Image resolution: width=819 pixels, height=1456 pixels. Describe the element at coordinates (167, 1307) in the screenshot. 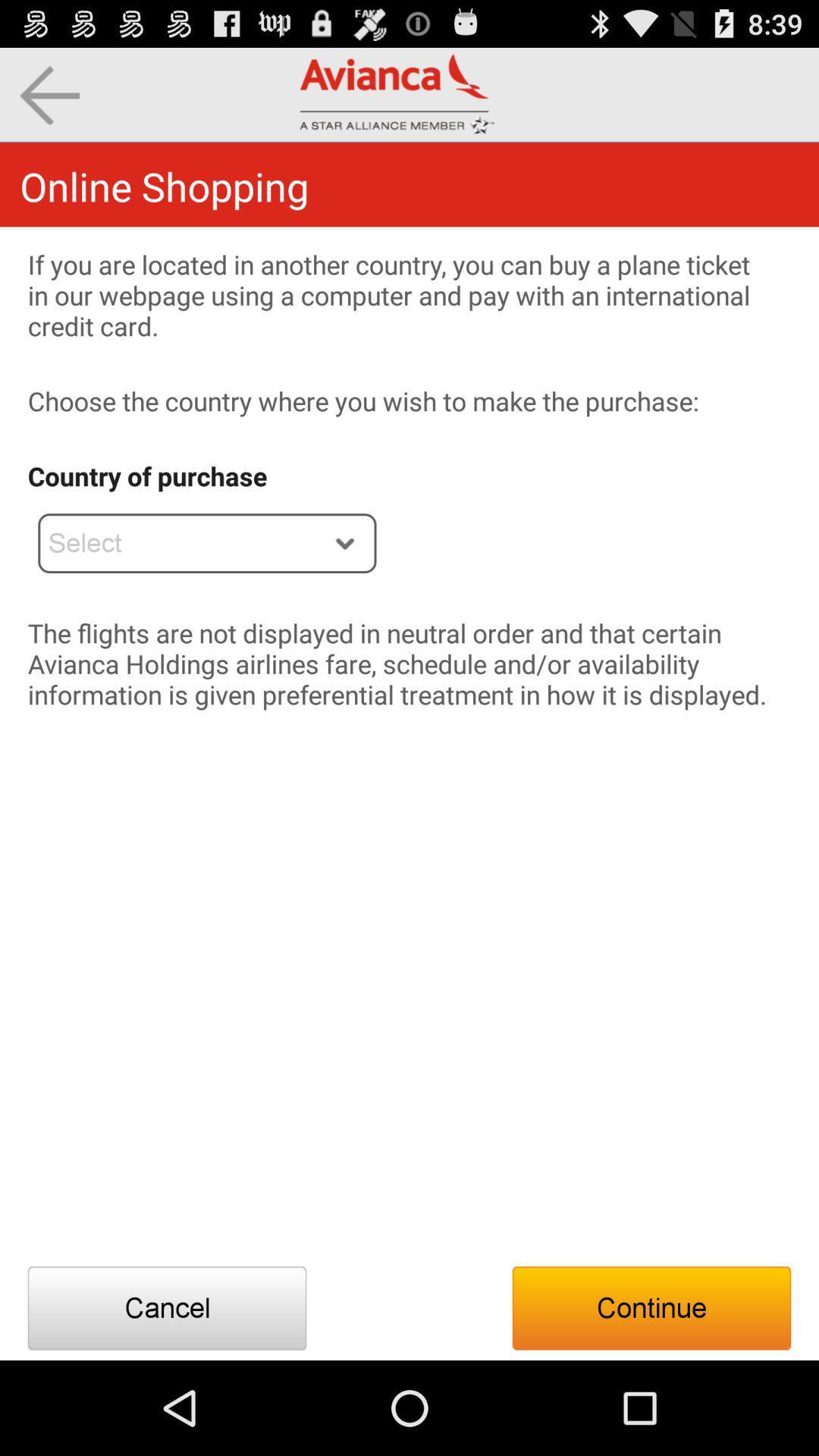

I see `cancel item` at that location.